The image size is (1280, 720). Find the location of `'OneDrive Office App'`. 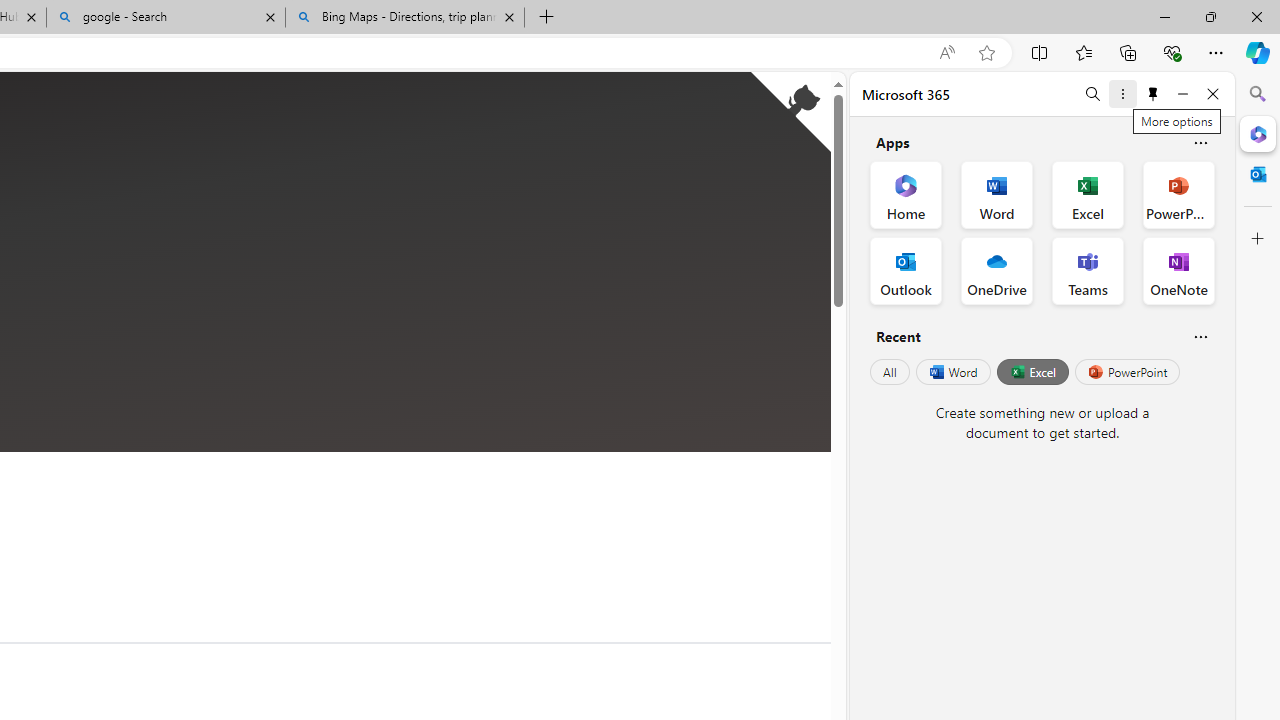

'OneDrive Office App' is located at coordinates (997, 271).